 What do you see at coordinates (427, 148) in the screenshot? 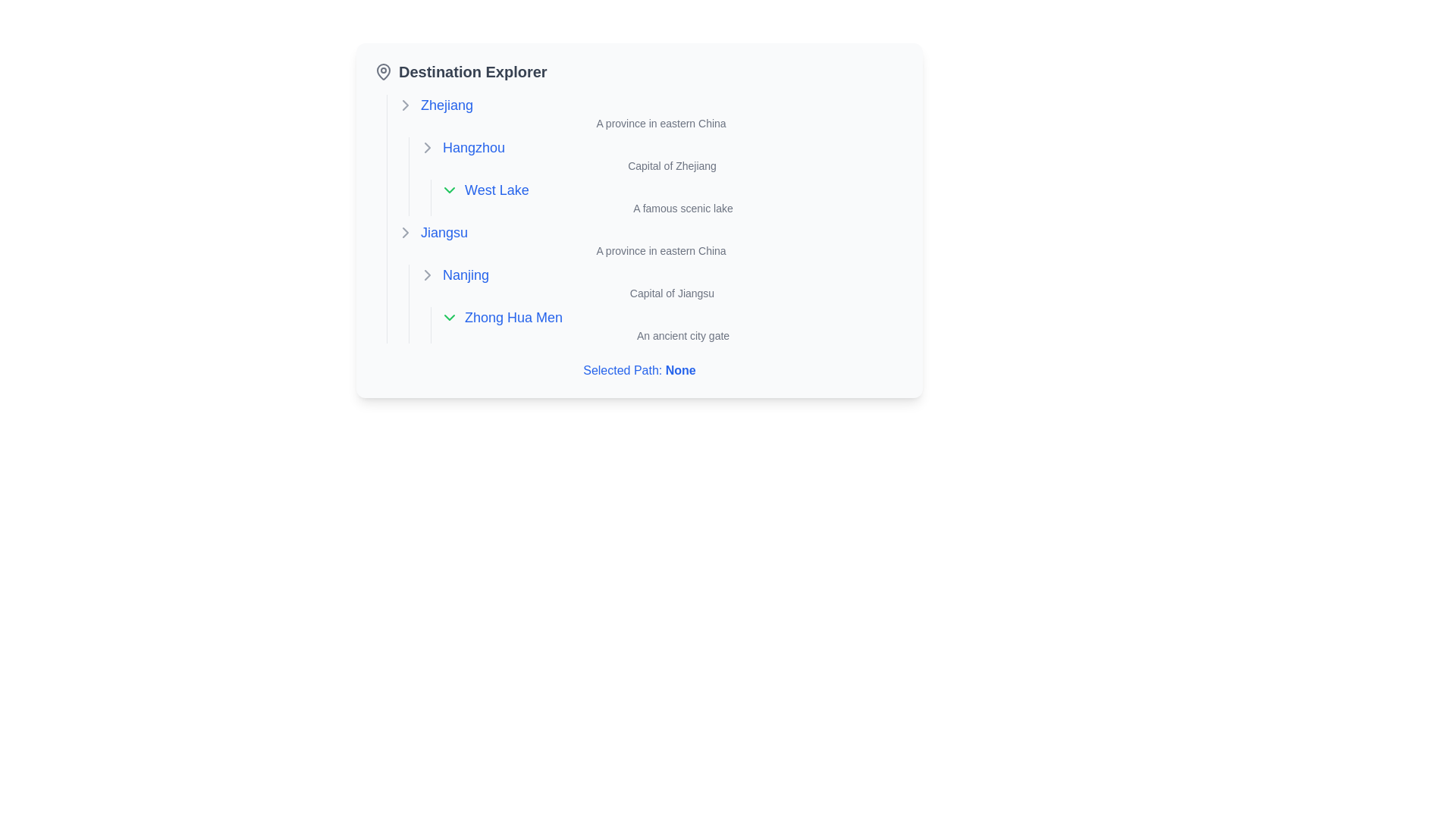
I see `the Chevron icon located to the left of the 'Hangzhou' text label` at bounding box center [427, 148].